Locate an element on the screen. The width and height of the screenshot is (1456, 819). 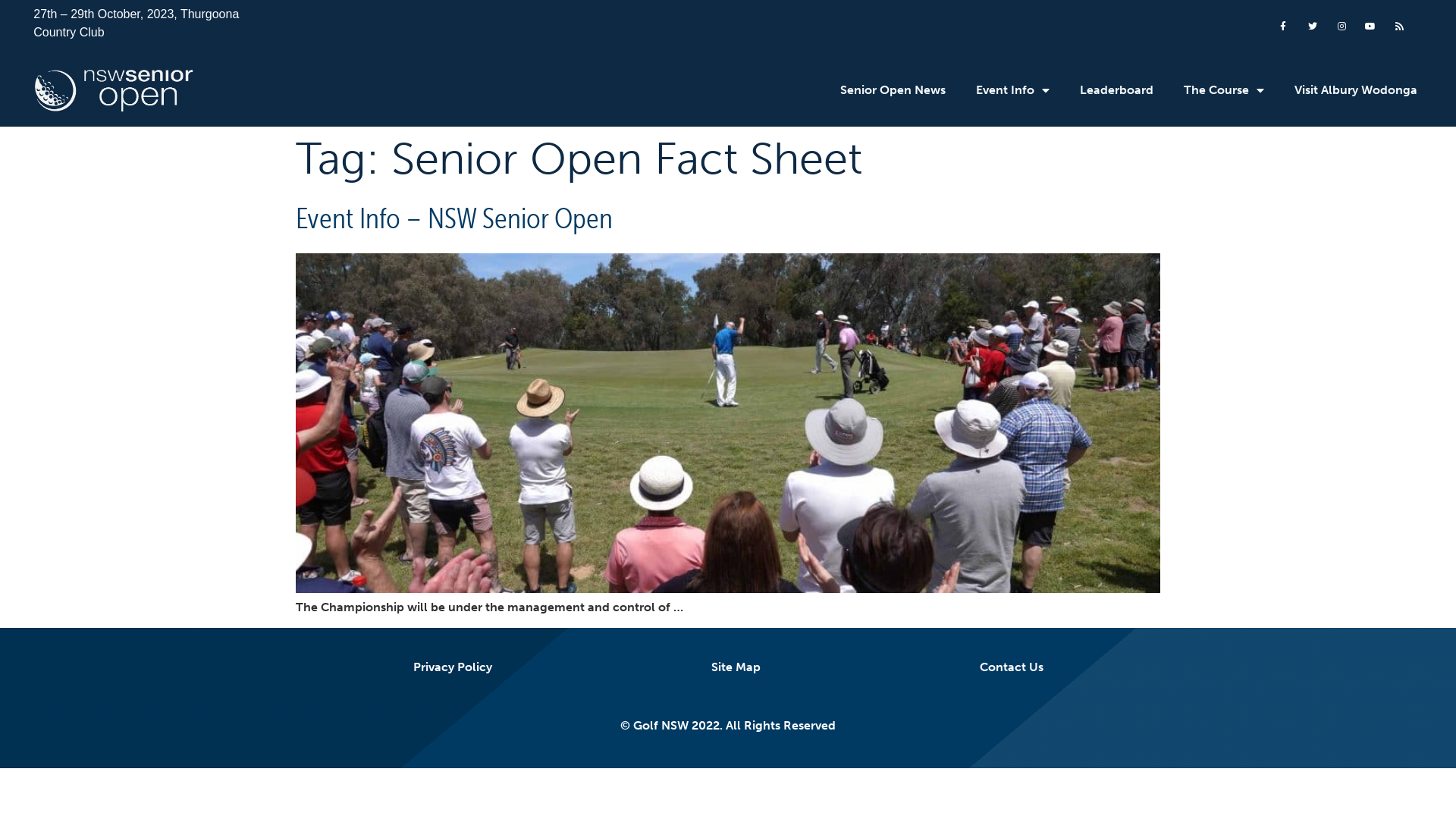
'Contact Us' is located at coordinates (1011, 666).